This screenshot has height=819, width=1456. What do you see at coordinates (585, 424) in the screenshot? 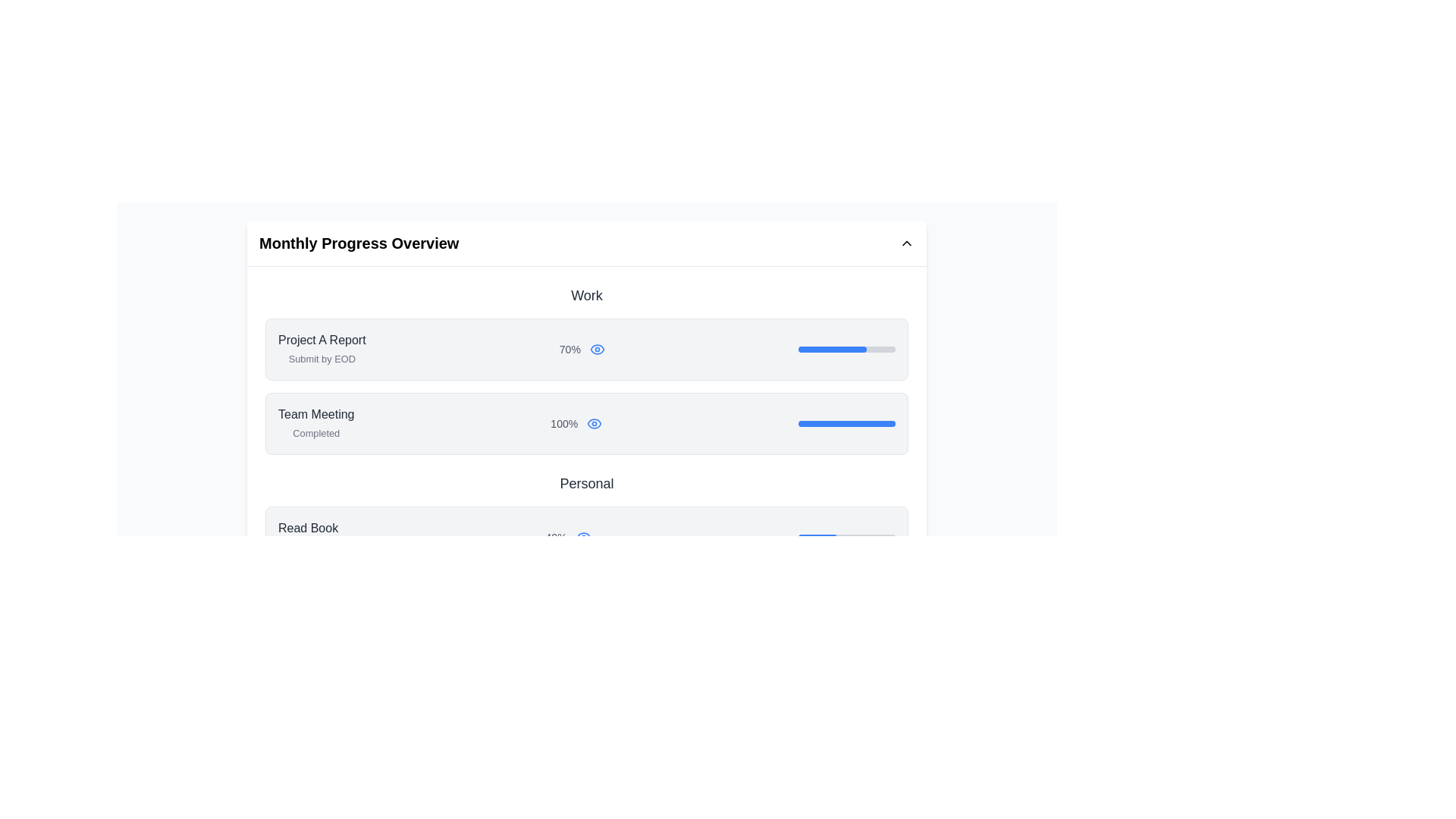
I see `the details of the completed task named 'Team Meeting' represented by the Task summary card, which is the second card in the 'Work' group` at bounding box center [585, 424].